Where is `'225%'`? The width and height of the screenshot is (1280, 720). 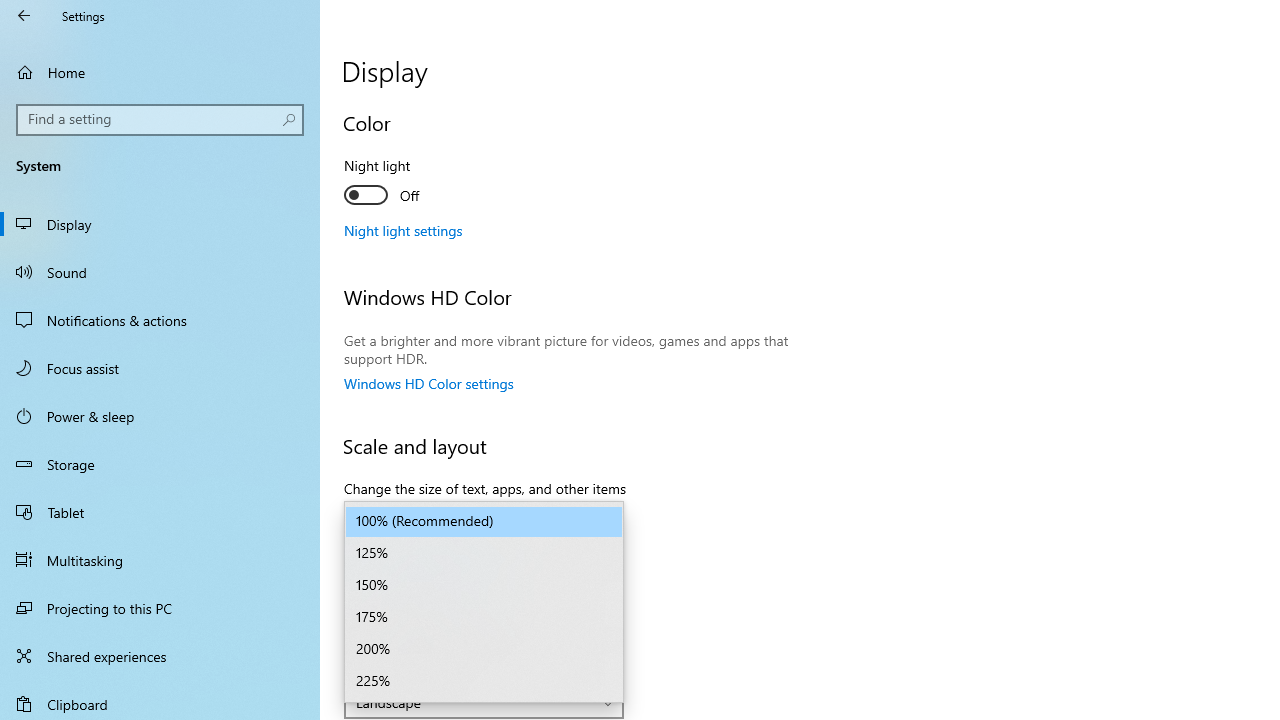
'225%' is located at coordinates (484, 680).